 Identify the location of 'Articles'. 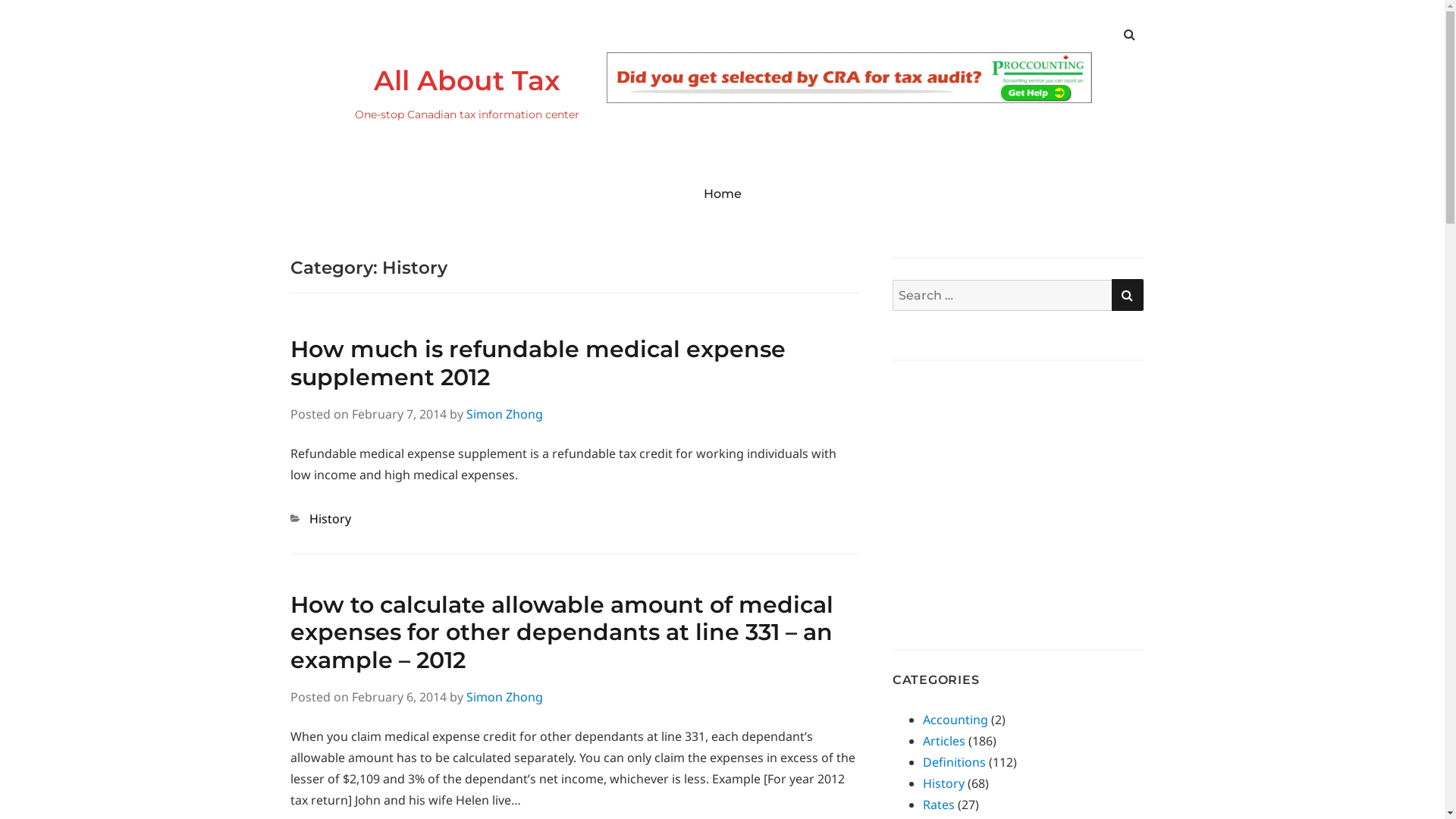
(943, 739).